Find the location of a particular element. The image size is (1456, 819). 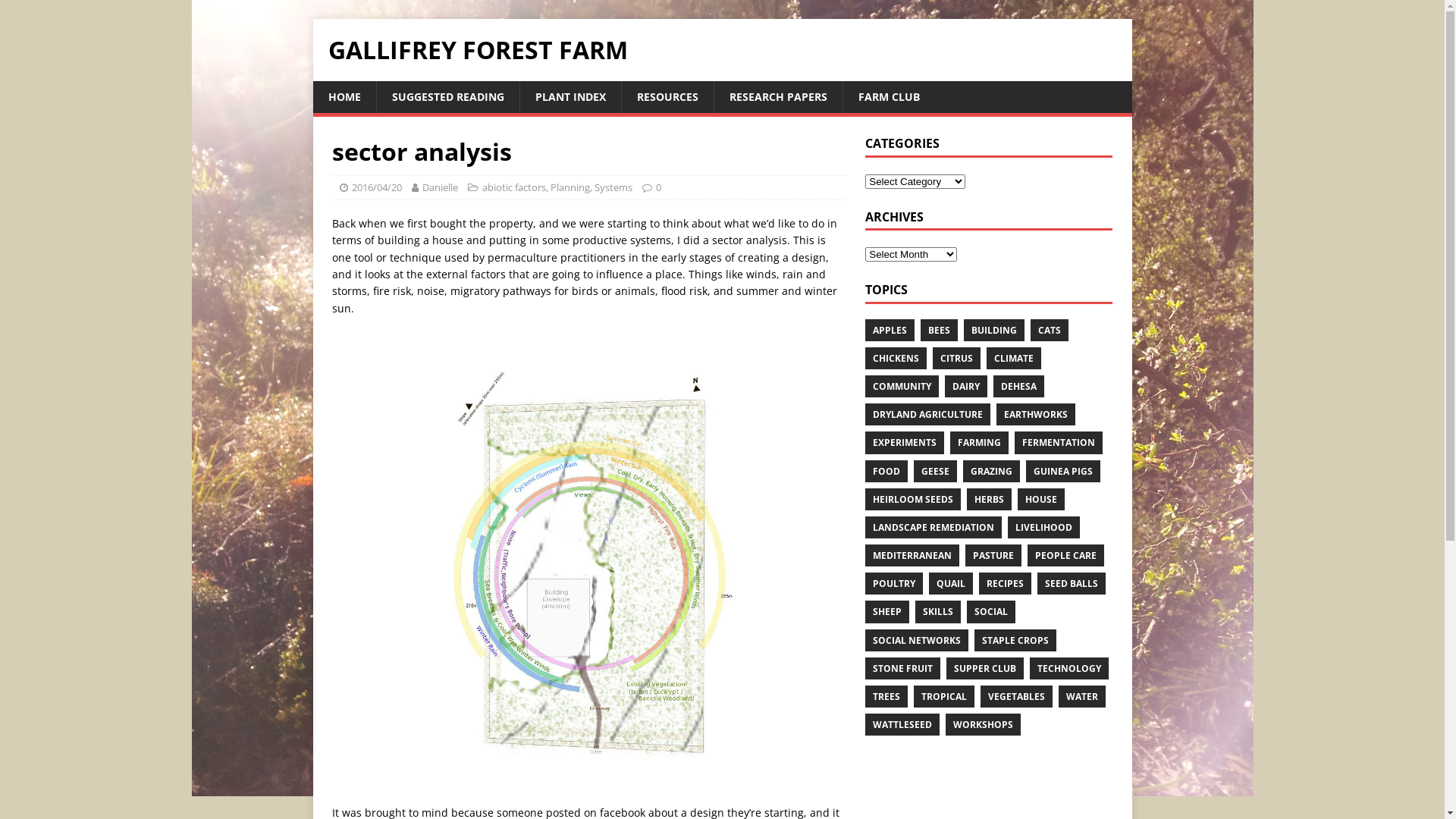

'2016/04/20' is located at coordinates (377, 186).